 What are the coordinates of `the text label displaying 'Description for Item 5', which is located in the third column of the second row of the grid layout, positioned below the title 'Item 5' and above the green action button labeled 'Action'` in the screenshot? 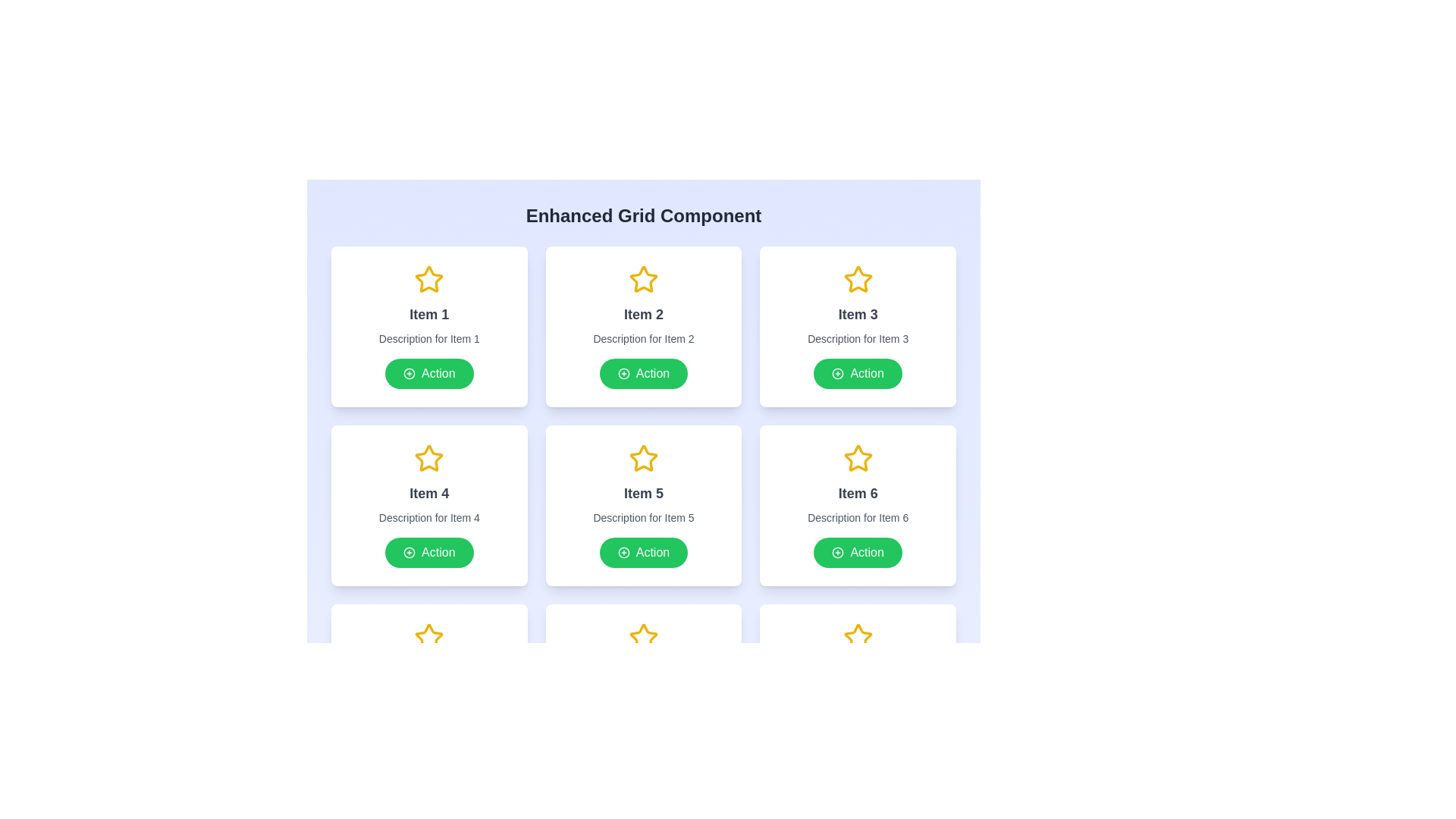 It's located at (644, 516).